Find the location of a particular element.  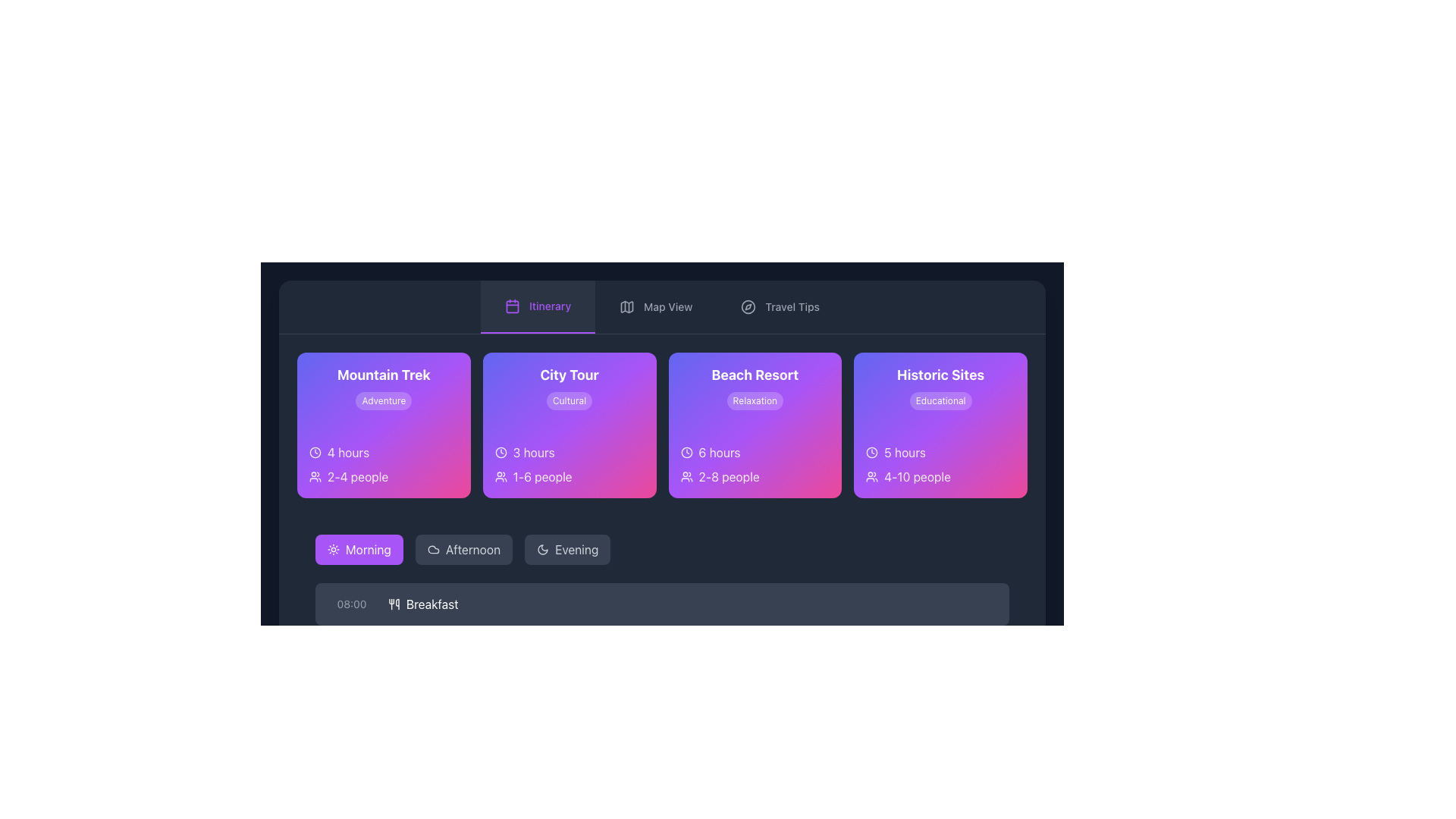

text label with an icon that indicates the suitable range of people (1 to 6) for the 'City Tour', located in the lower section of the second card in a horizontally arranged group of cards is located at coordinates (569, 475).